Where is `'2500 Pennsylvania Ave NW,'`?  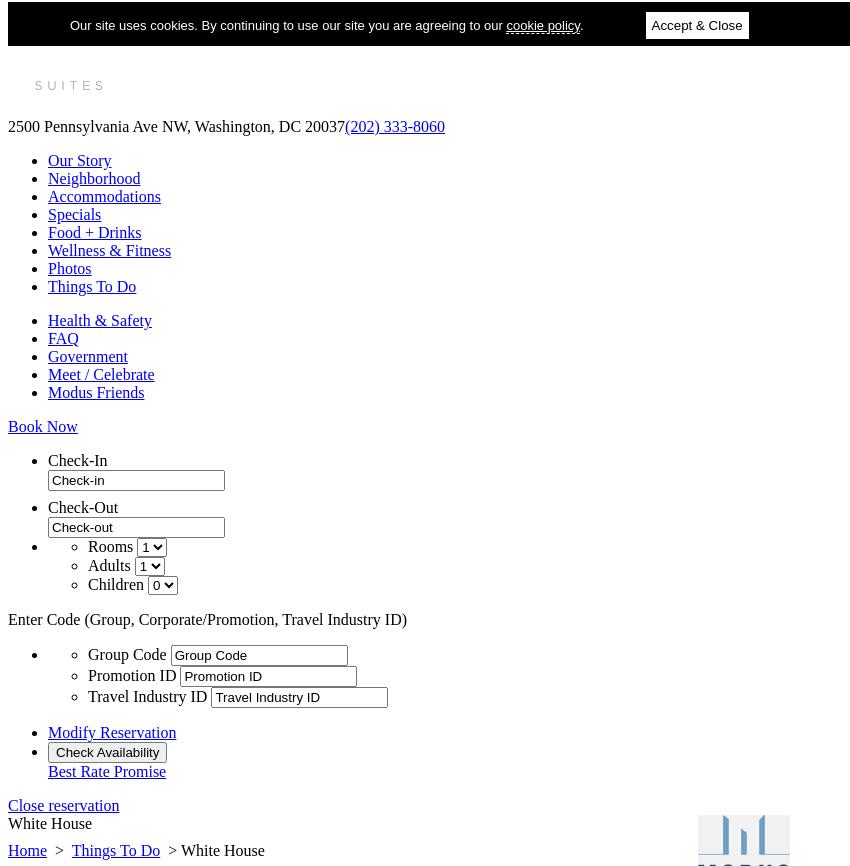 '2500 Pennsylvania Ave NW,' is located at coordinates (6, 126).